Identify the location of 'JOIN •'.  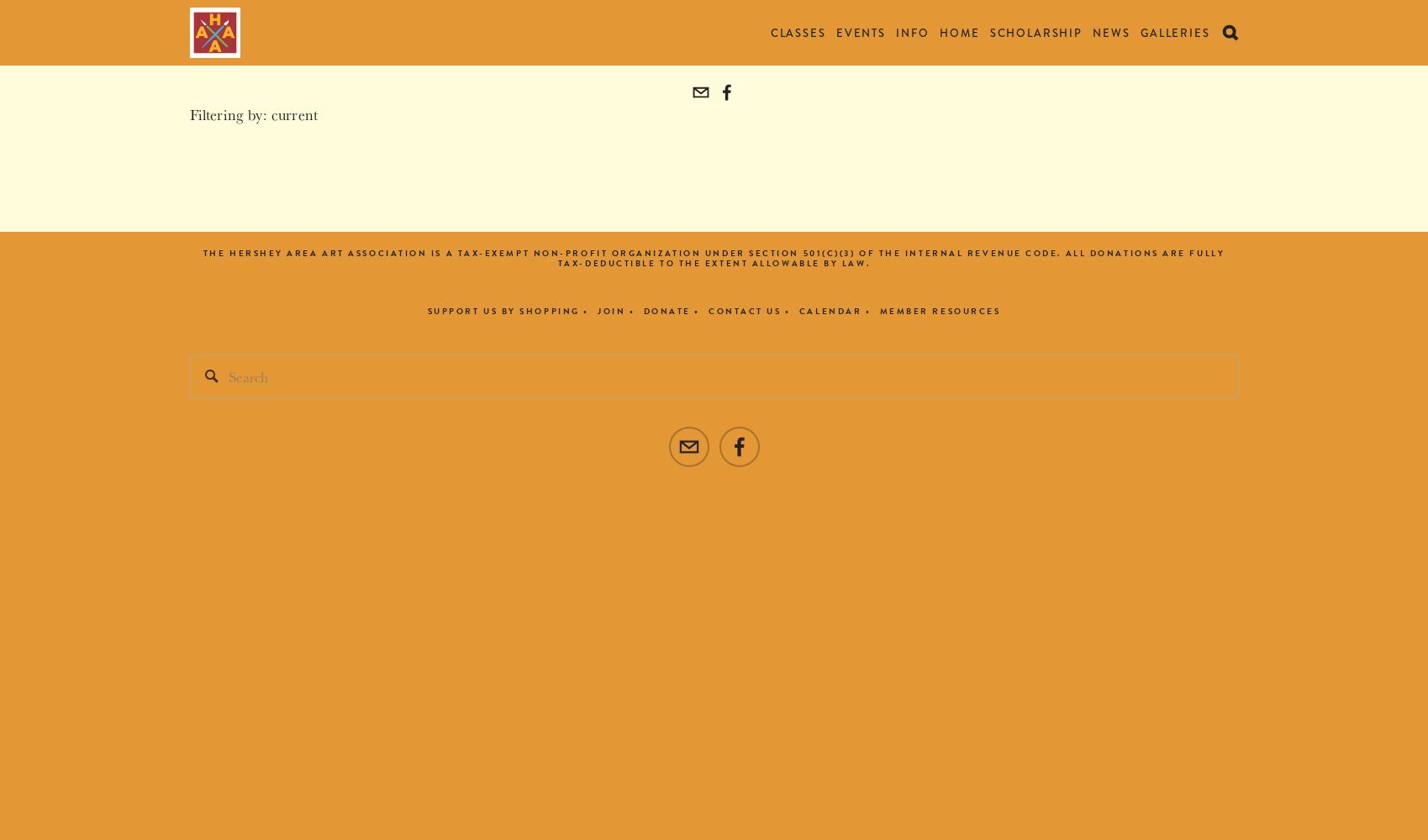
(614, 310).